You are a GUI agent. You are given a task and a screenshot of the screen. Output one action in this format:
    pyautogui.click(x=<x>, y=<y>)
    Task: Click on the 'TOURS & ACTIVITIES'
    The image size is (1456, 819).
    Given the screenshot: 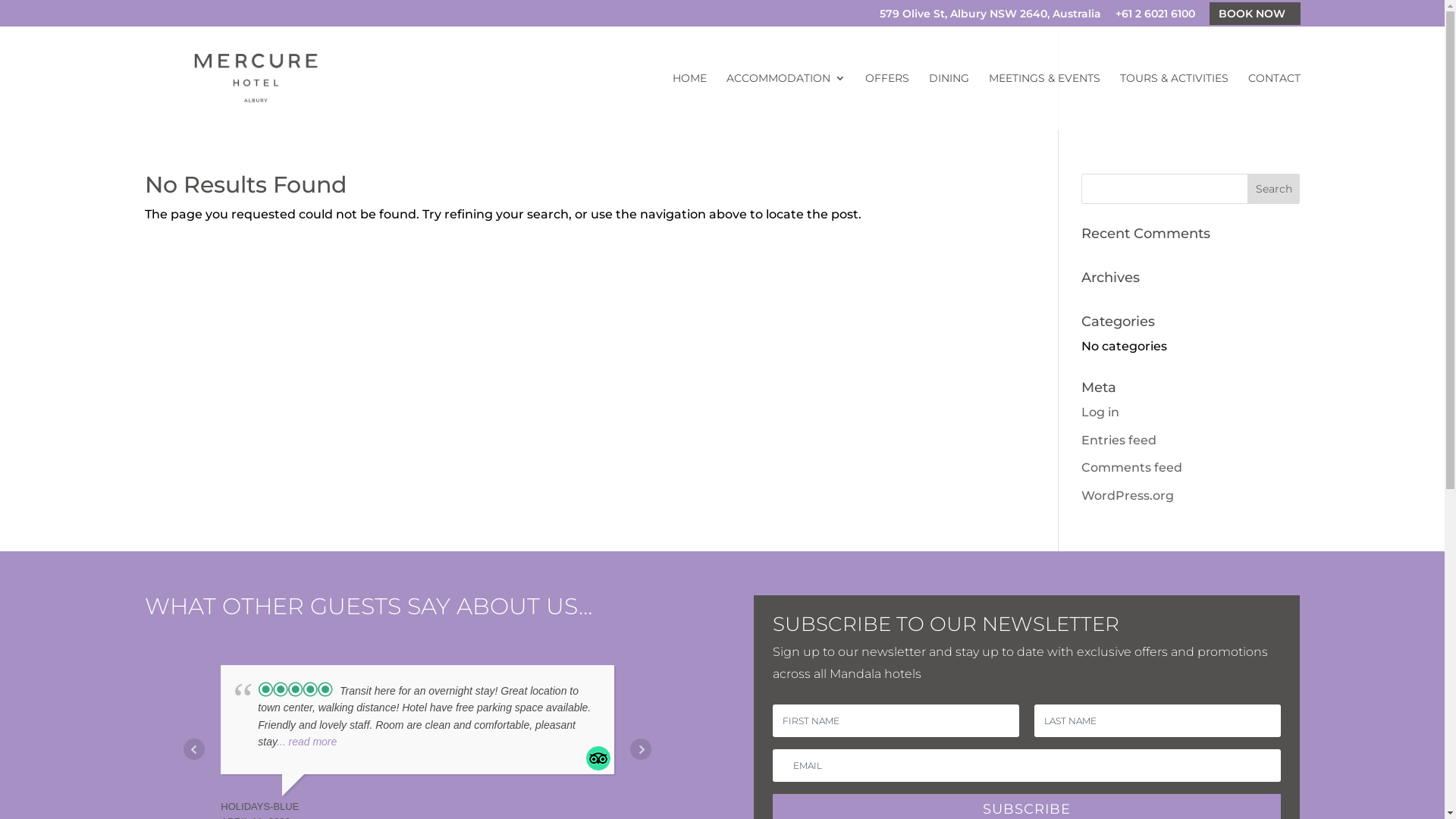 What is the action you would take?
    pyautogui.click(x=1172, y=101)
    